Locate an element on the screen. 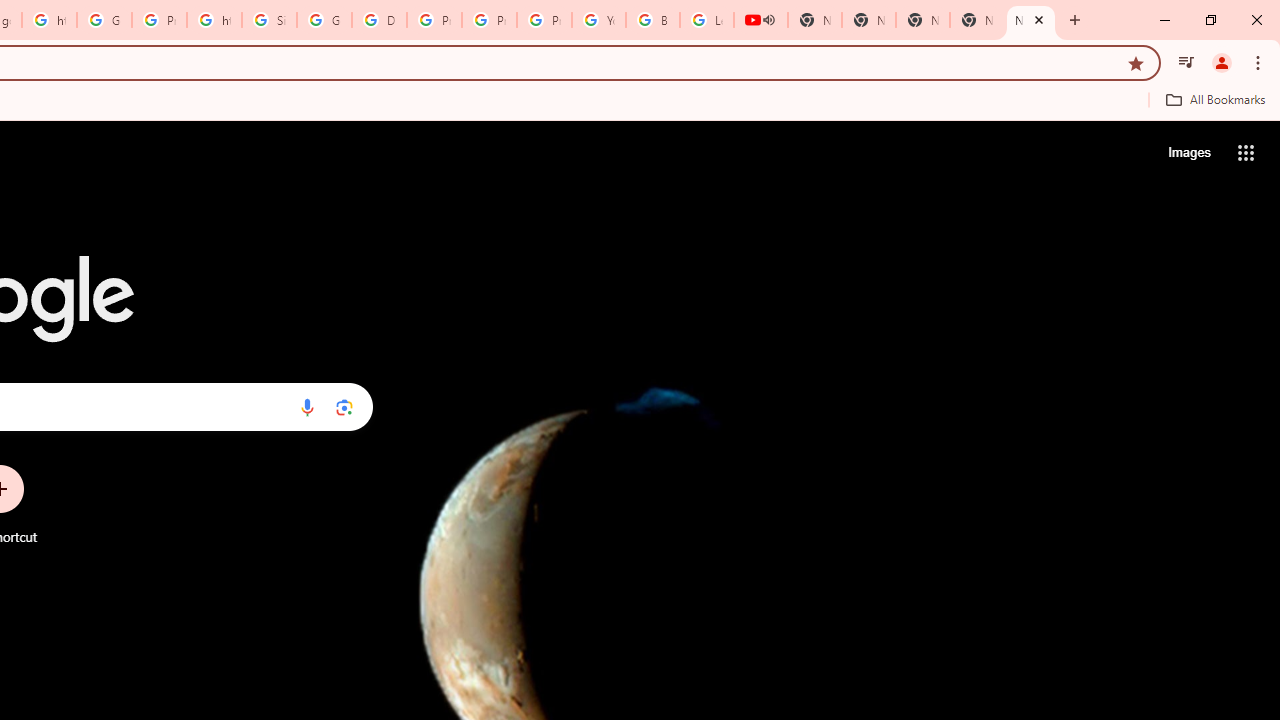 Image resolution: width=1280 pixels, height=720 pixels. 'Privacy Help Center - Policies Help' is located at coordinates (489, 20).